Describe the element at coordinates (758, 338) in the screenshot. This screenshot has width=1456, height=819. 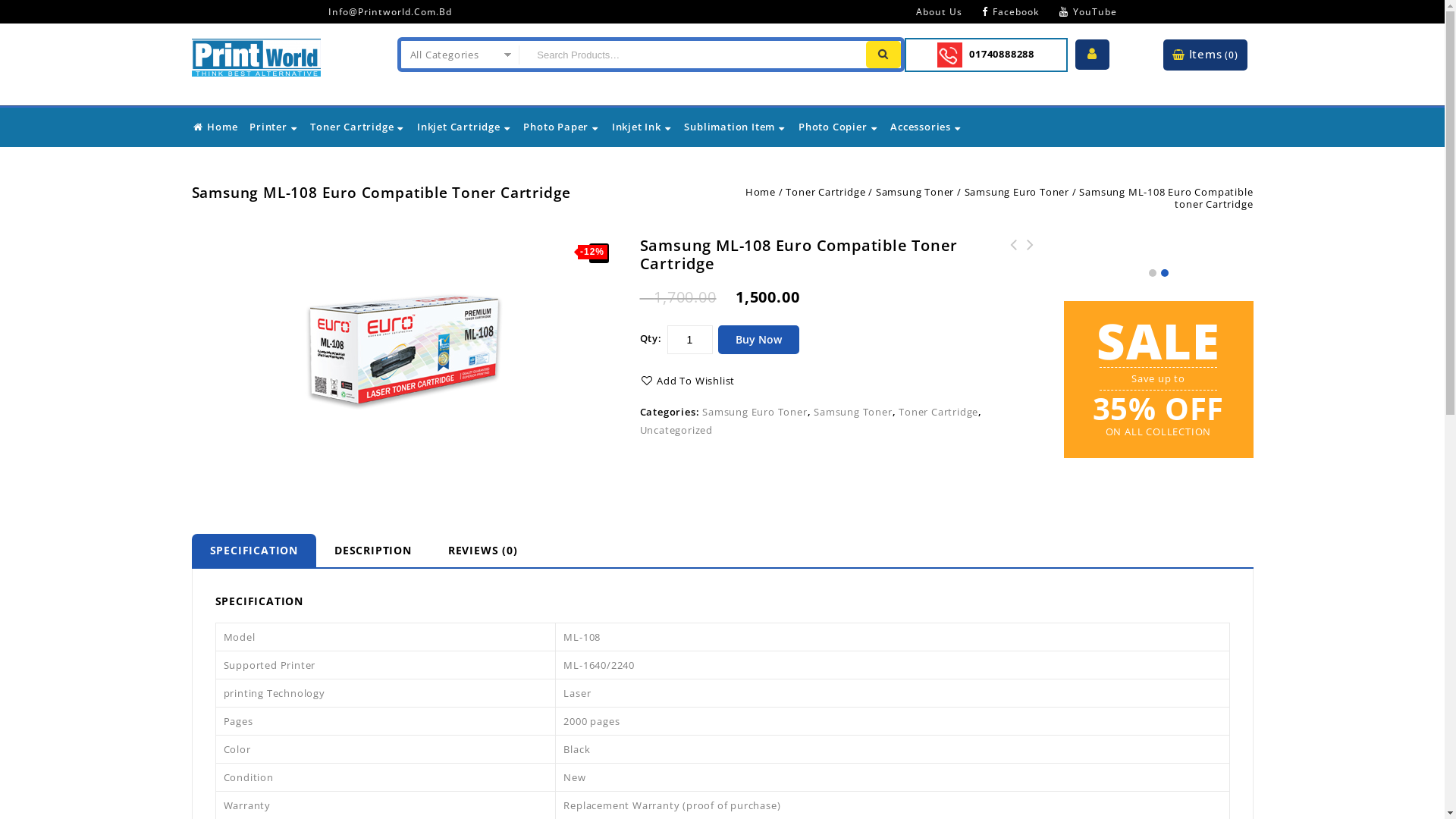
I see `'Buy Now'` at that location.